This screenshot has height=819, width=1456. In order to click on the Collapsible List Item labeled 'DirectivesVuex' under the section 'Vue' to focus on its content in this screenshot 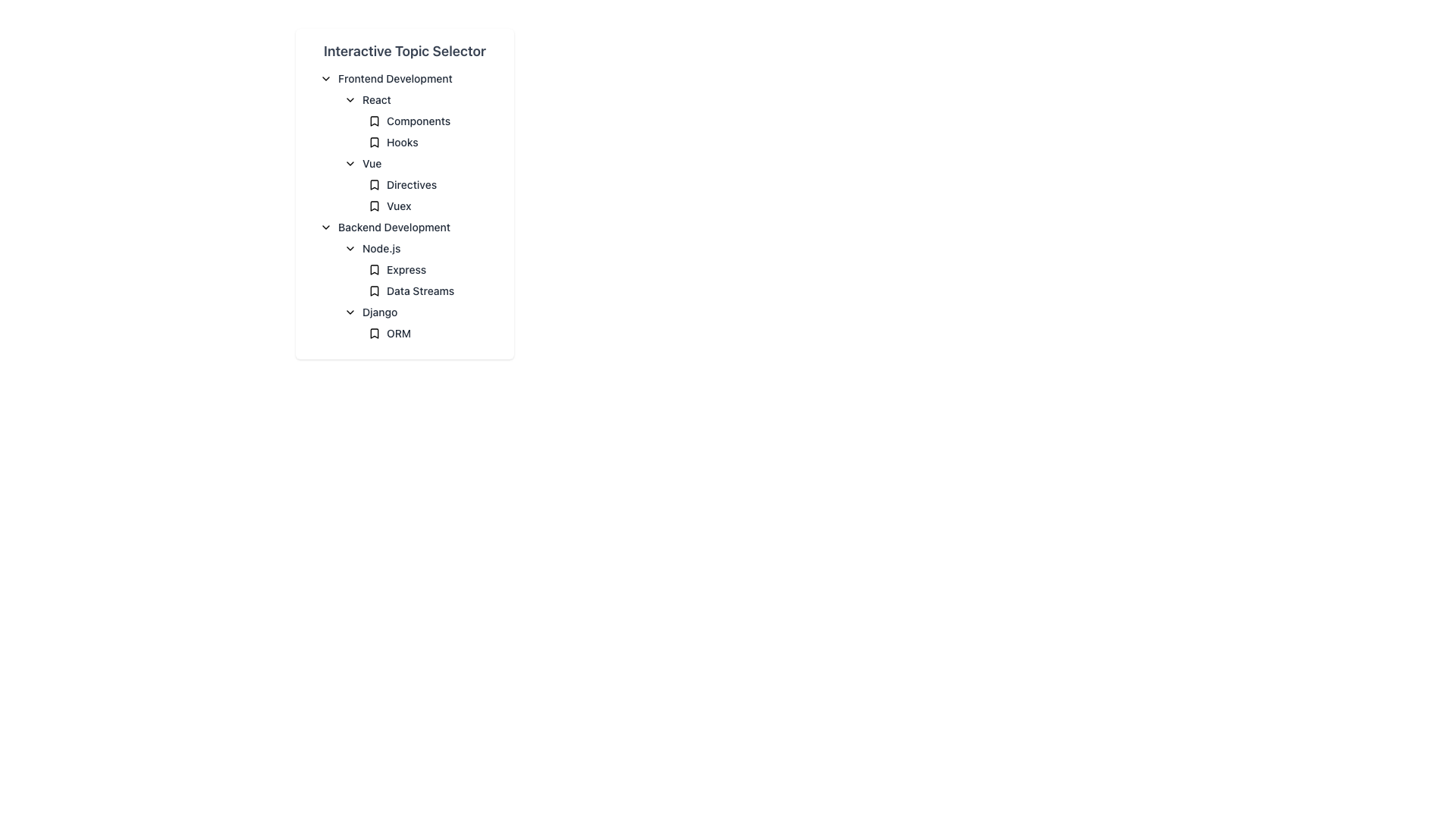, I will do `click(422, 184)`.